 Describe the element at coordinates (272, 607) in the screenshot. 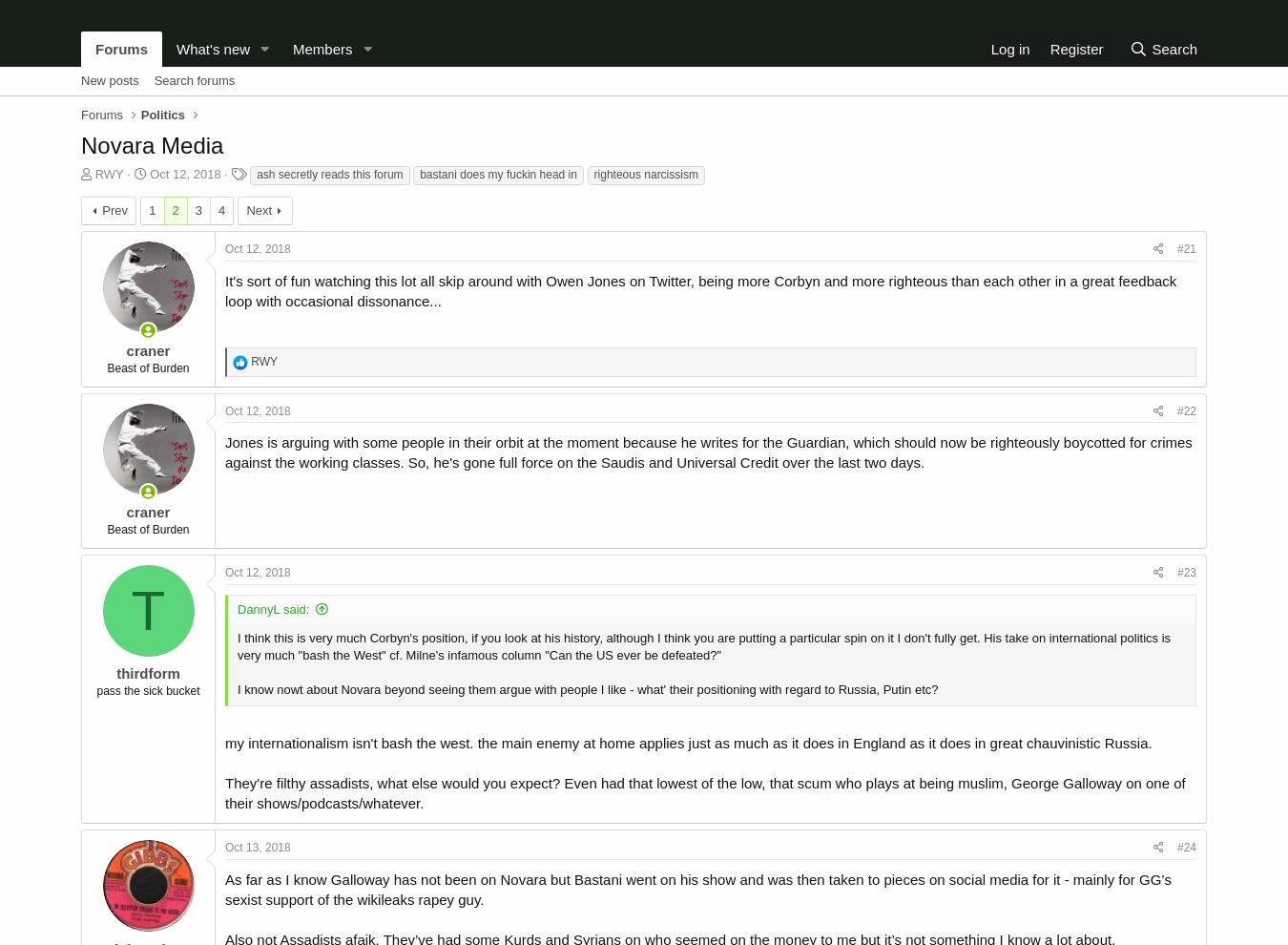

I see `'DannyL said:'` at that location.